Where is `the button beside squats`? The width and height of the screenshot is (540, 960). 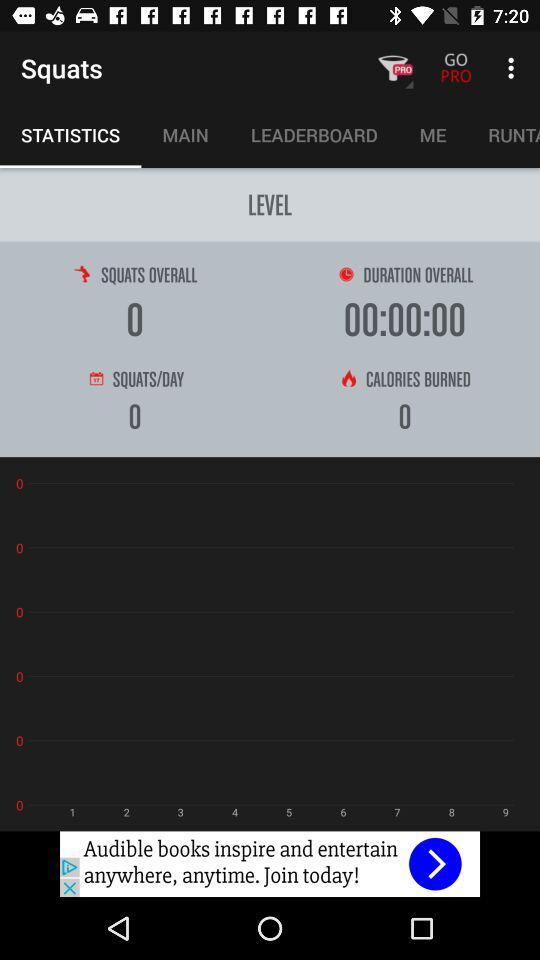
the button beside squats is located at coordinates (393, 68).